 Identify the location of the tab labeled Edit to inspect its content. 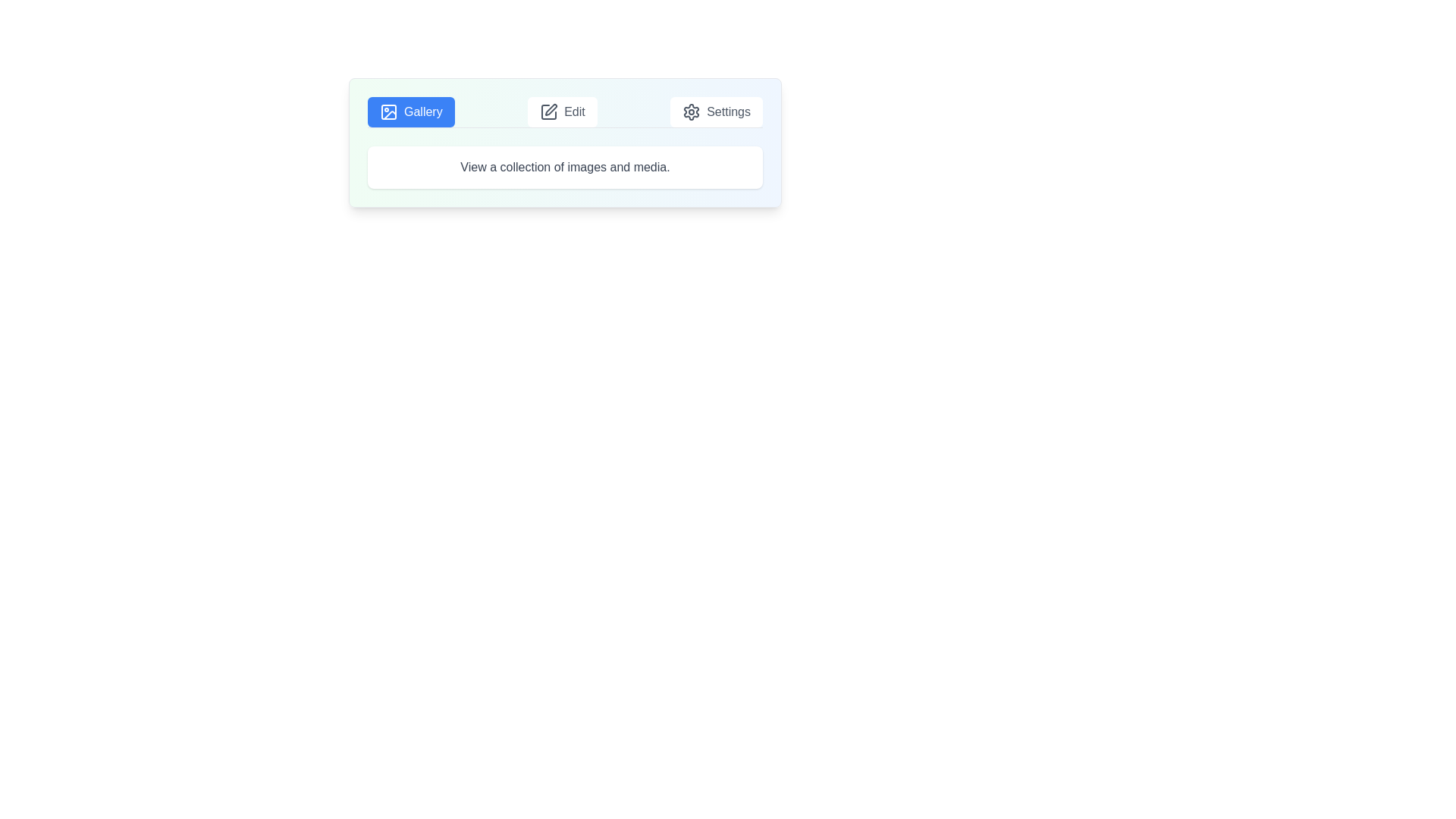
(562, 111).